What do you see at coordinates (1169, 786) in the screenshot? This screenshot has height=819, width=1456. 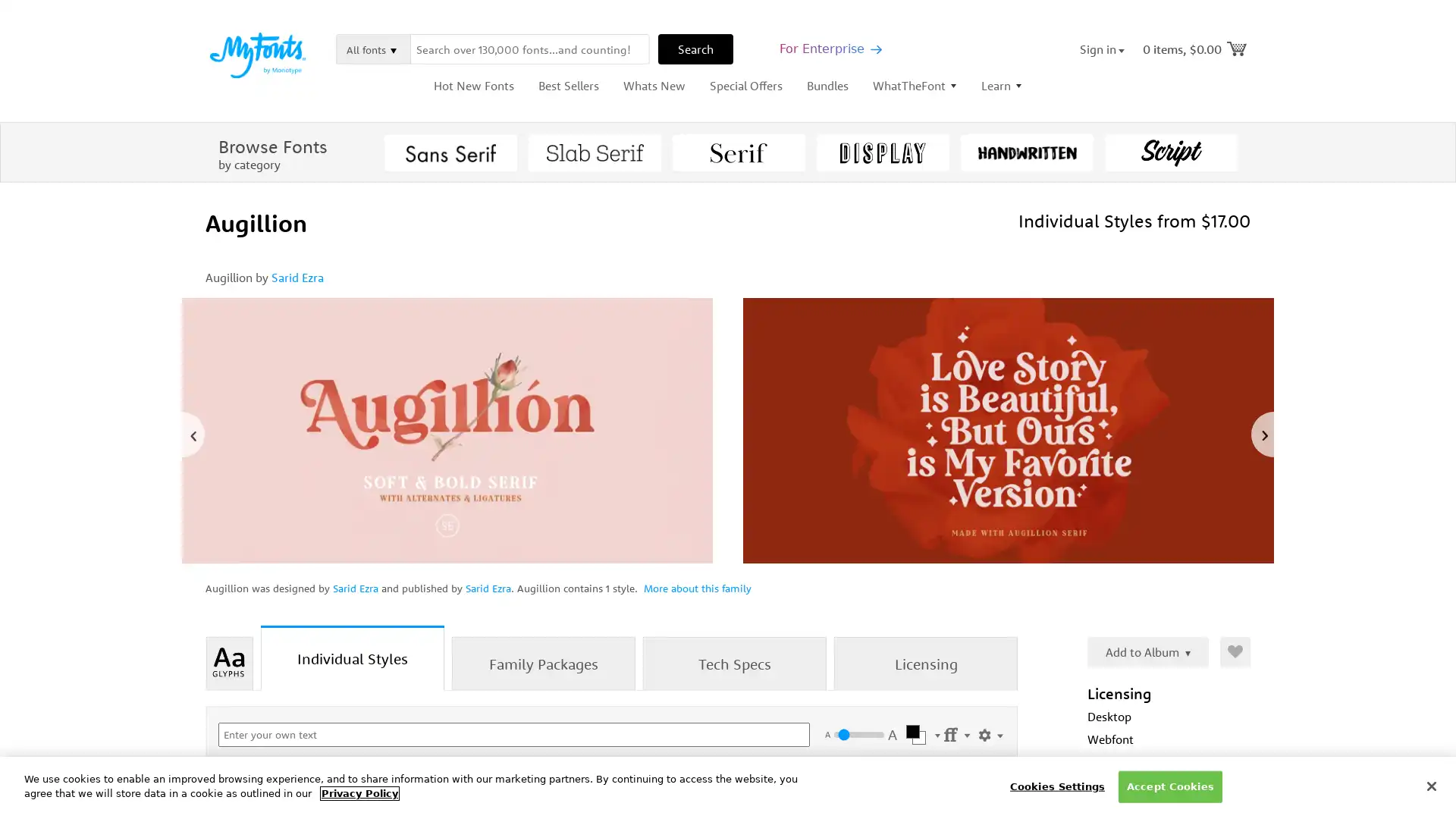 I see `Accept Cookies` at bounding box center [1169, 786].